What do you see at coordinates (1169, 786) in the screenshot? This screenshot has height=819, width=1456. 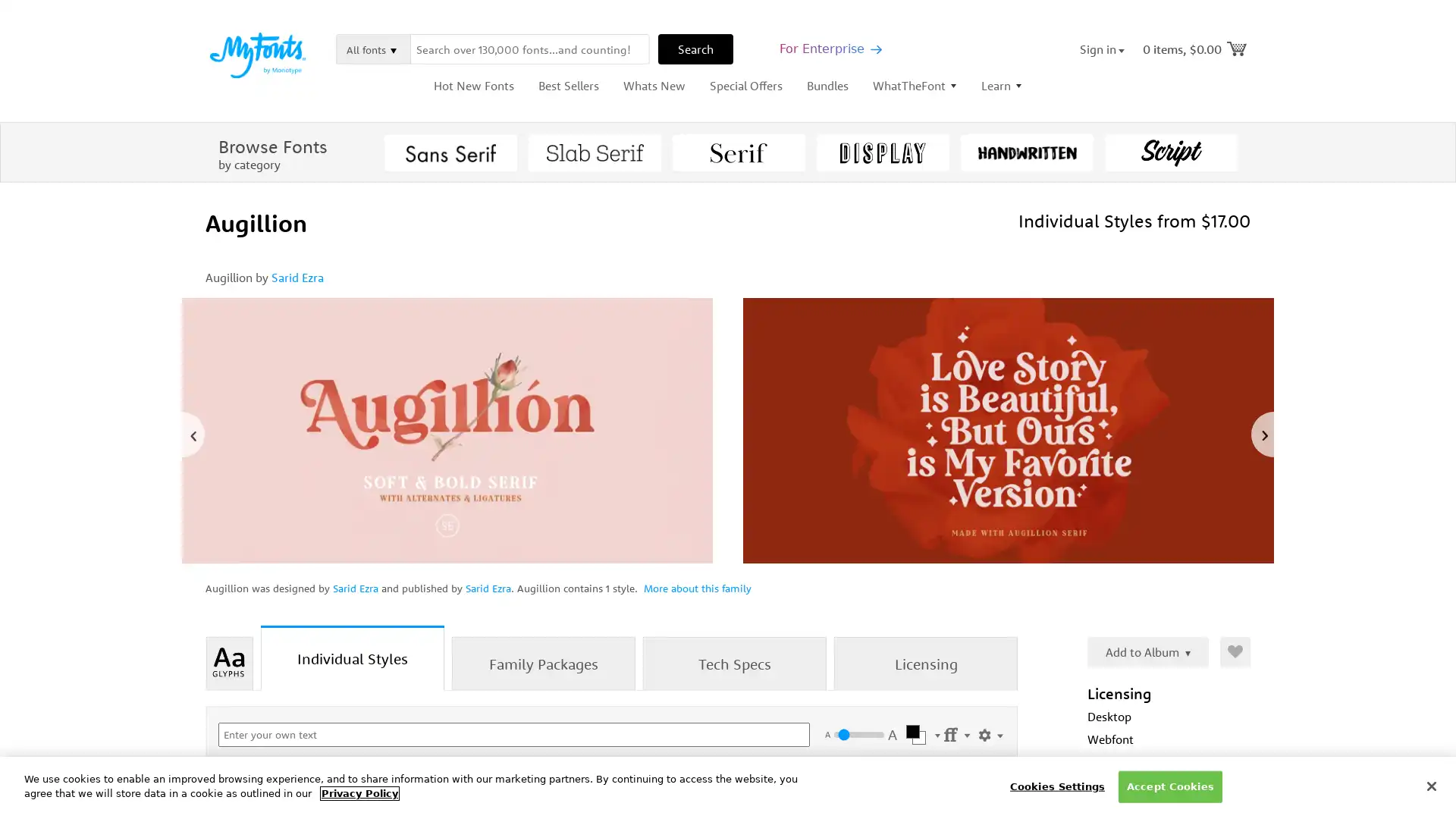 I see `Accept Cookies` at bounding box center [1169, 786].